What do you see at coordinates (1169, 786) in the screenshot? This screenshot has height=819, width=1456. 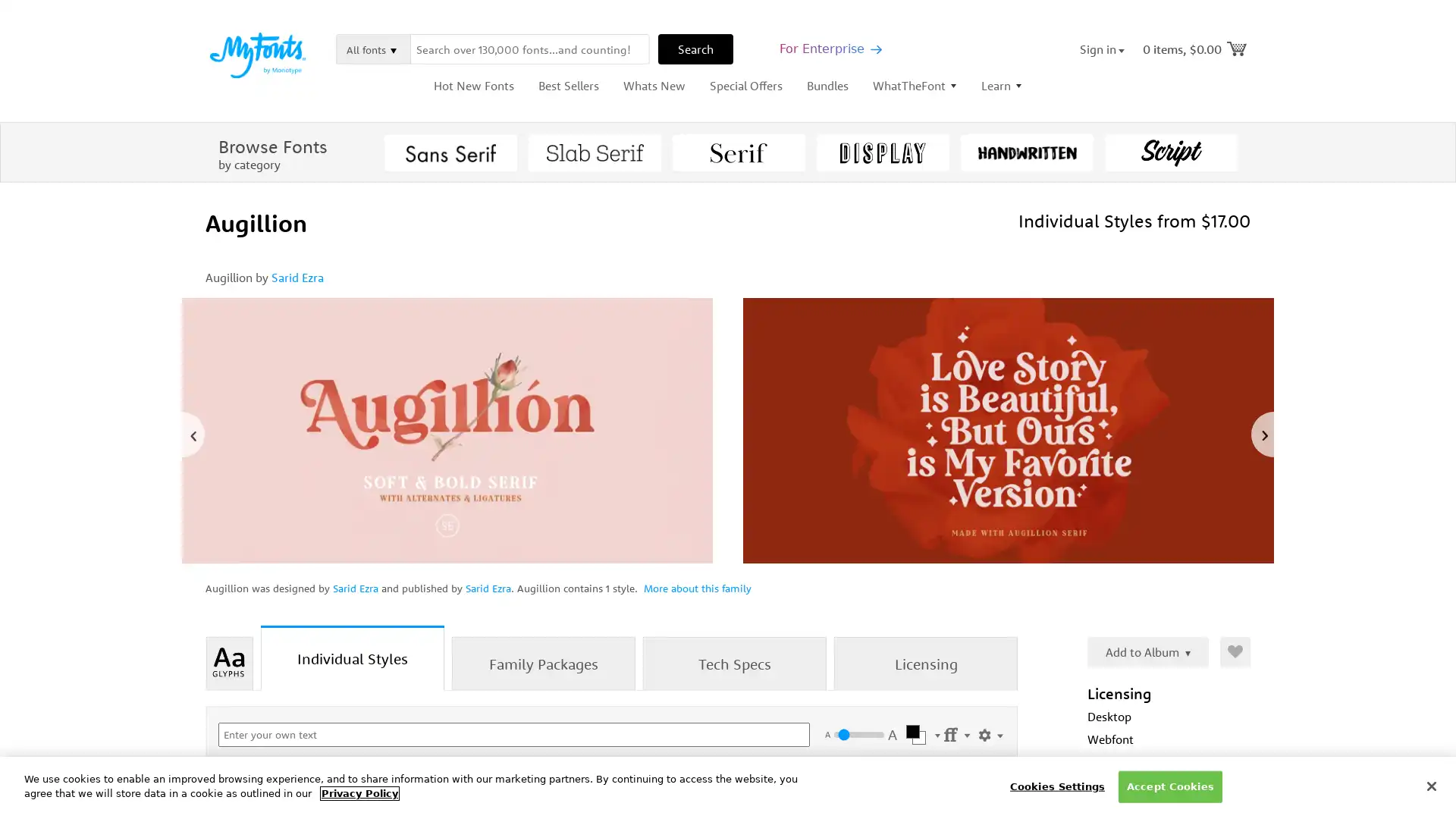 I see `Accept Cookies` at bounding box center [1169, 786].